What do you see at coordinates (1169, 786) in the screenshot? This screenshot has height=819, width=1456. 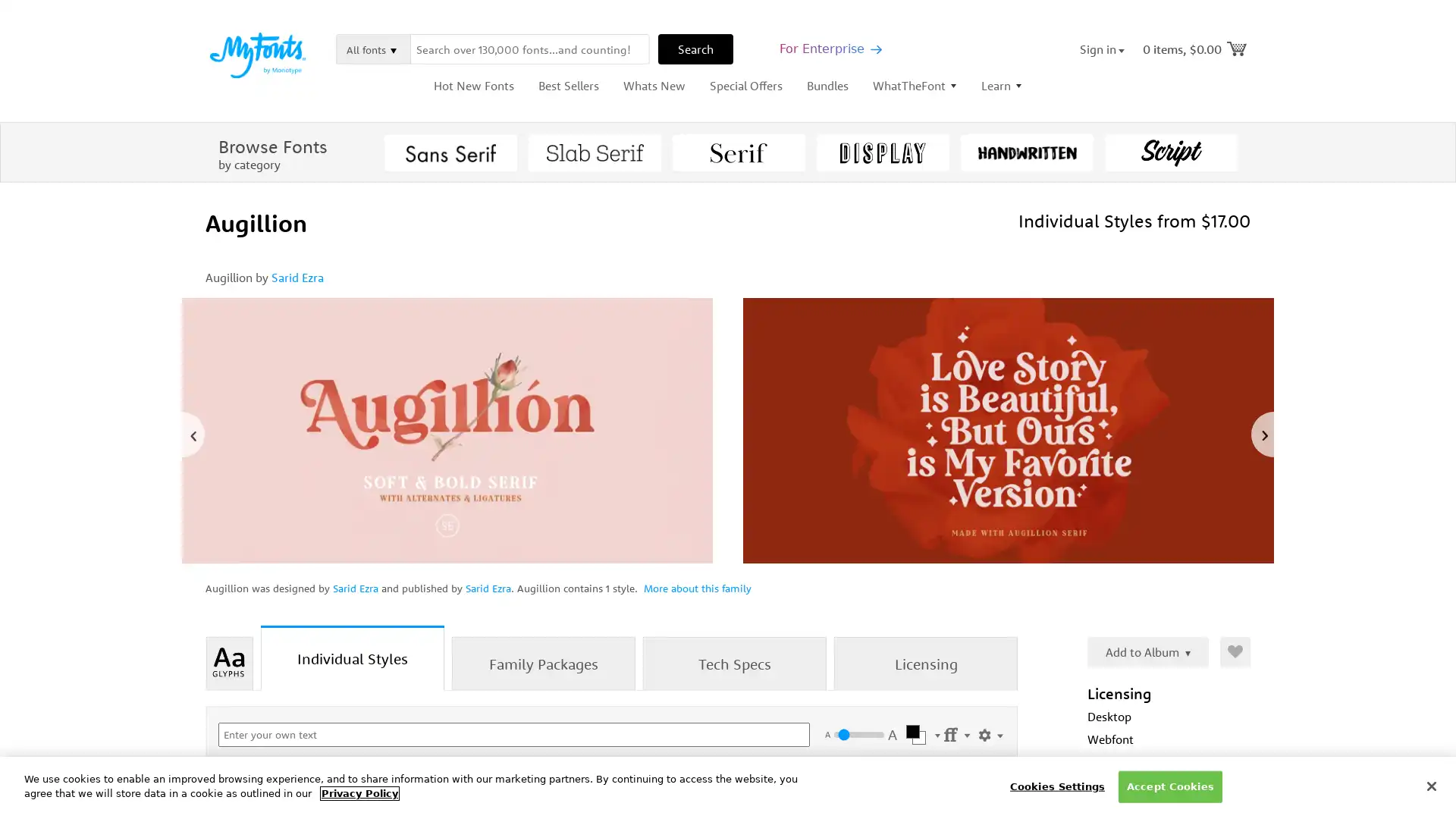 I see `Accept Cookies` at bounding box center [1169, 786].